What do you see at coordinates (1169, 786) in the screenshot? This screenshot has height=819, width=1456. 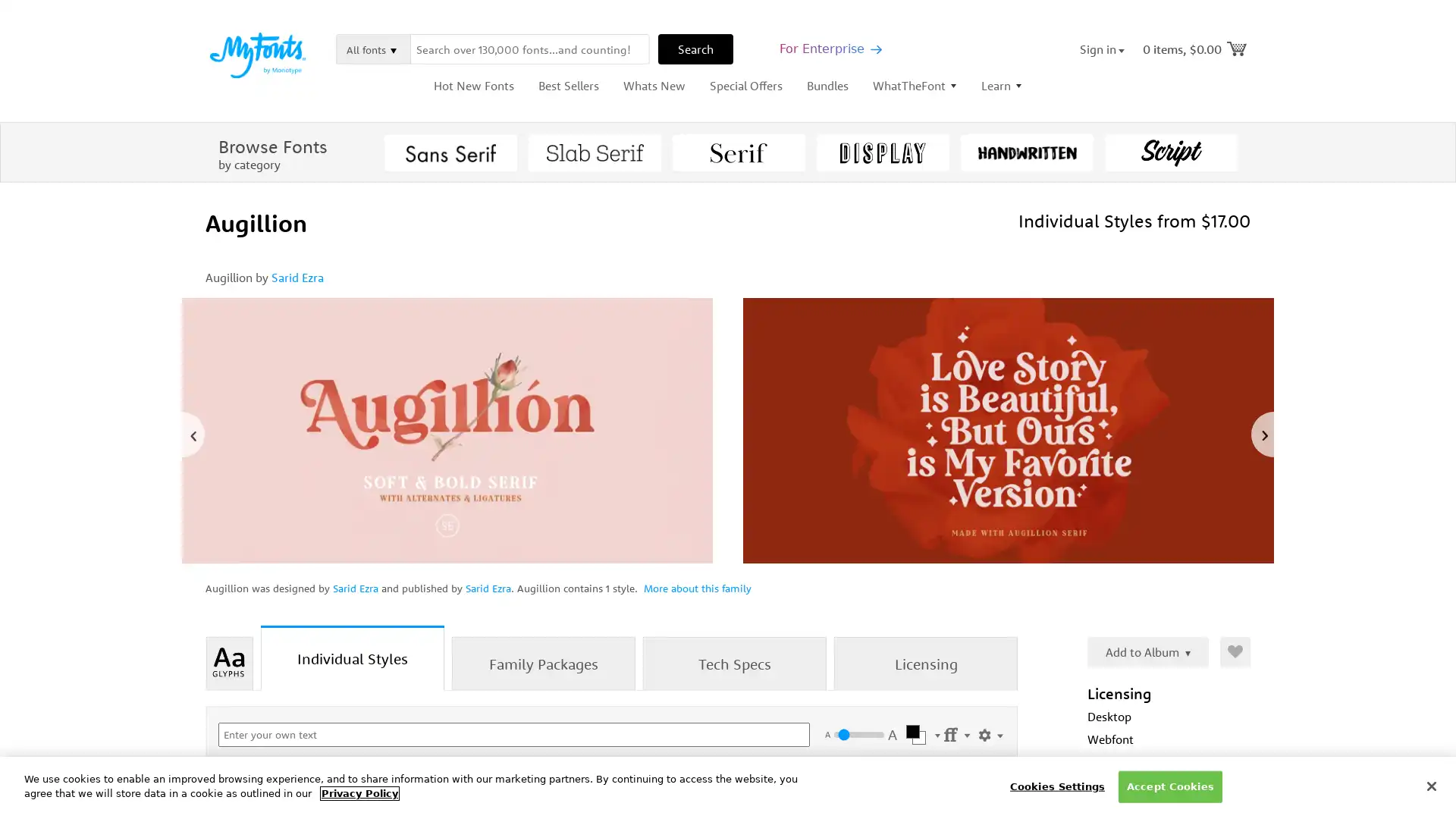 I see `Accept Cookies` at bounding box center [1169, 786].